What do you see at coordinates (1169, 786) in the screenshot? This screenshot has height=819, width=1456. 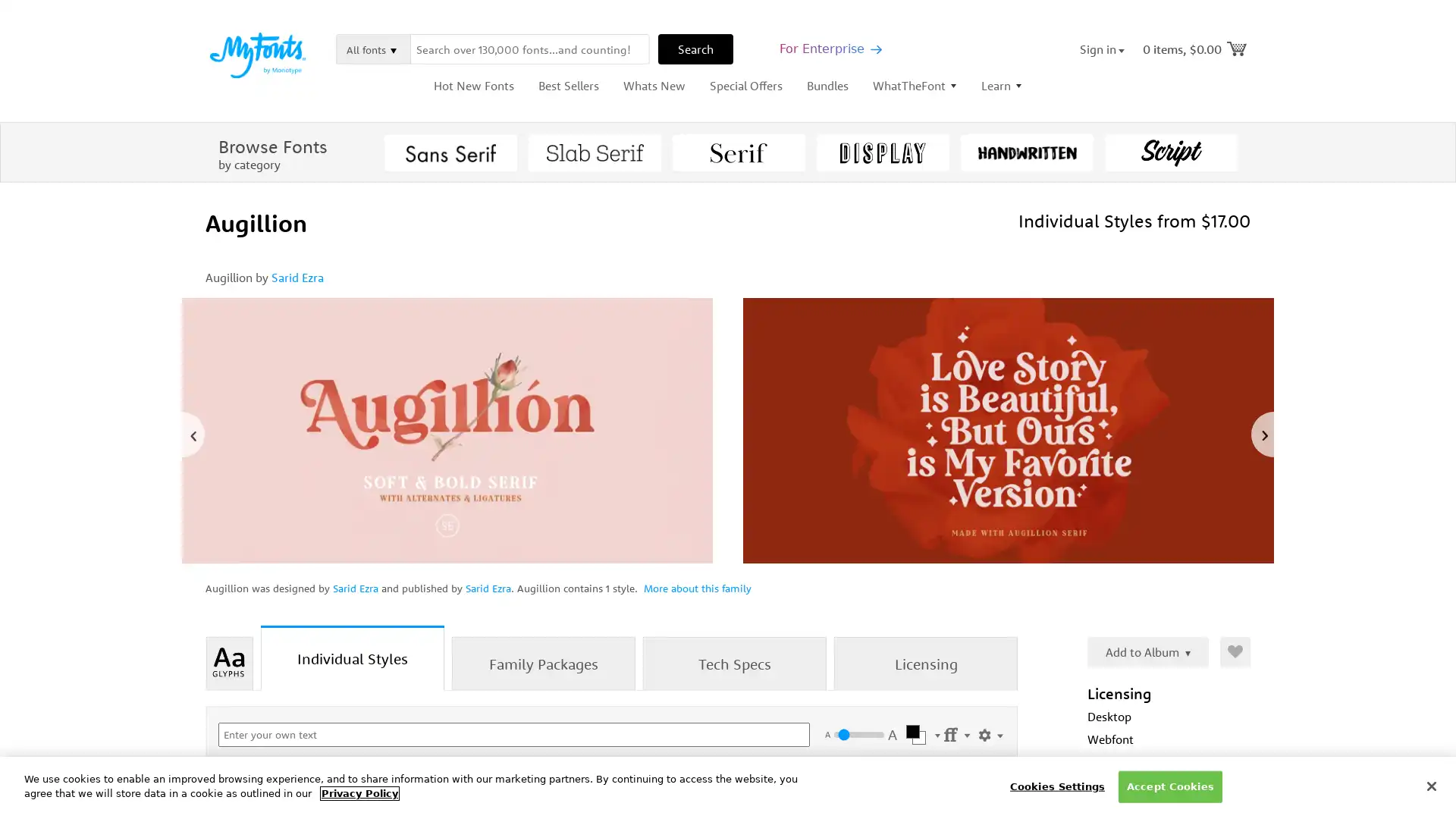 I see `Accept Cookies` at bounding box center [1169, 786].